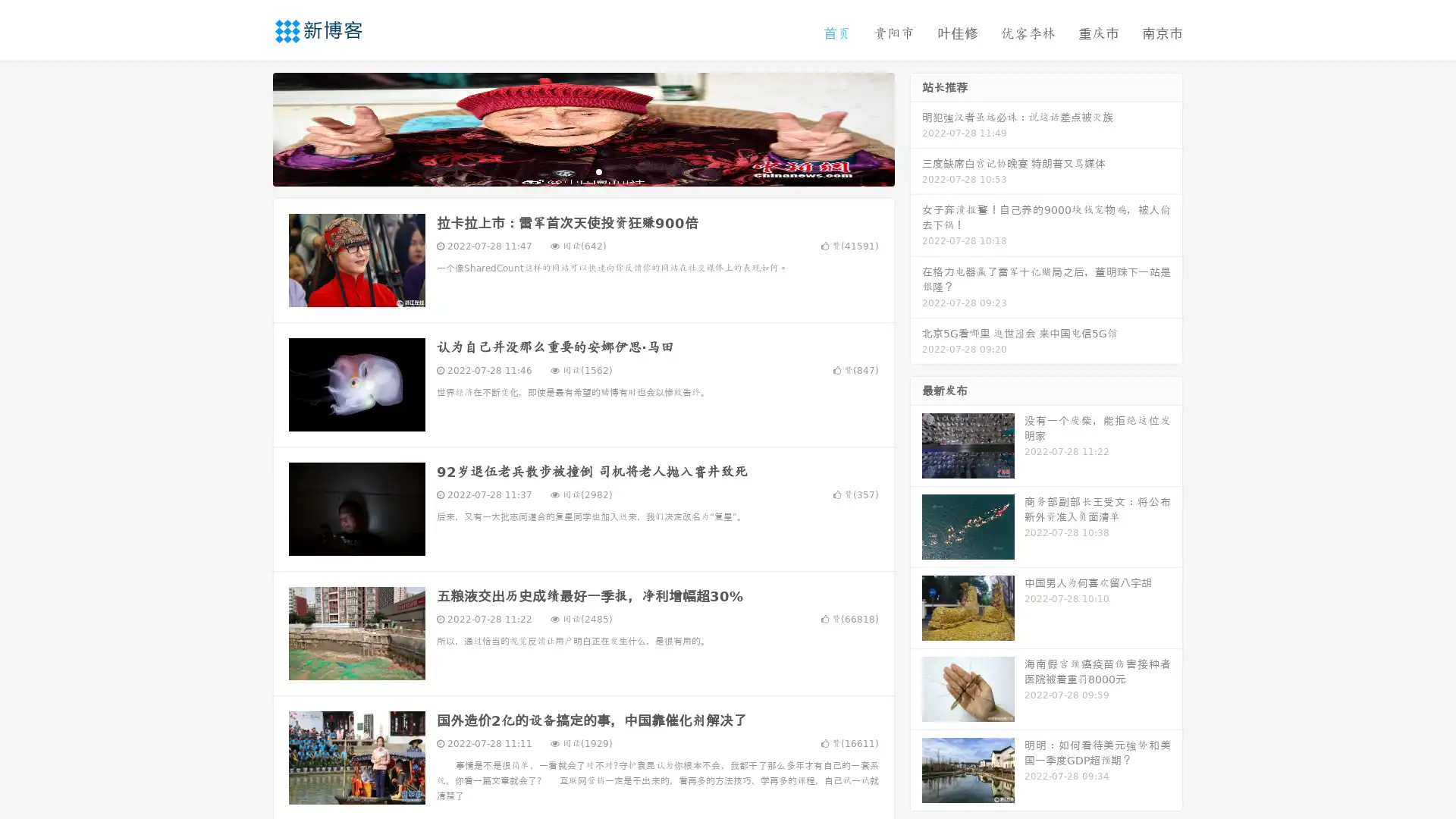 This screenshot has width=1456, height=819. What do you see at coordinates (567, 171) in the screenshot?
I see `Go to slide 1` at bounding box center [567, 171].